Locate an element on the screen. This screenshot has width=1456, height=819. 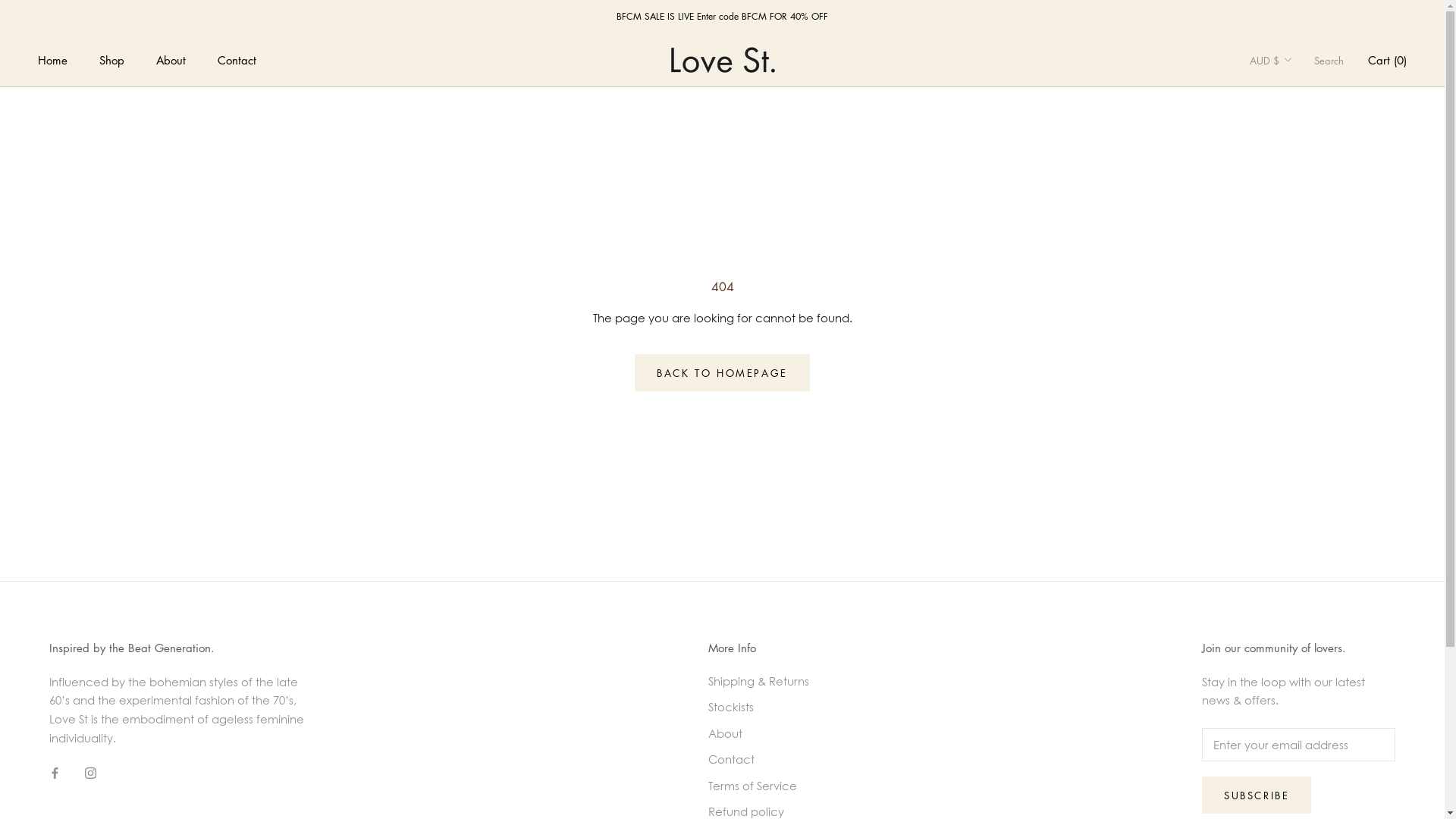
'CDF' is located at coordinates (1294, 548).